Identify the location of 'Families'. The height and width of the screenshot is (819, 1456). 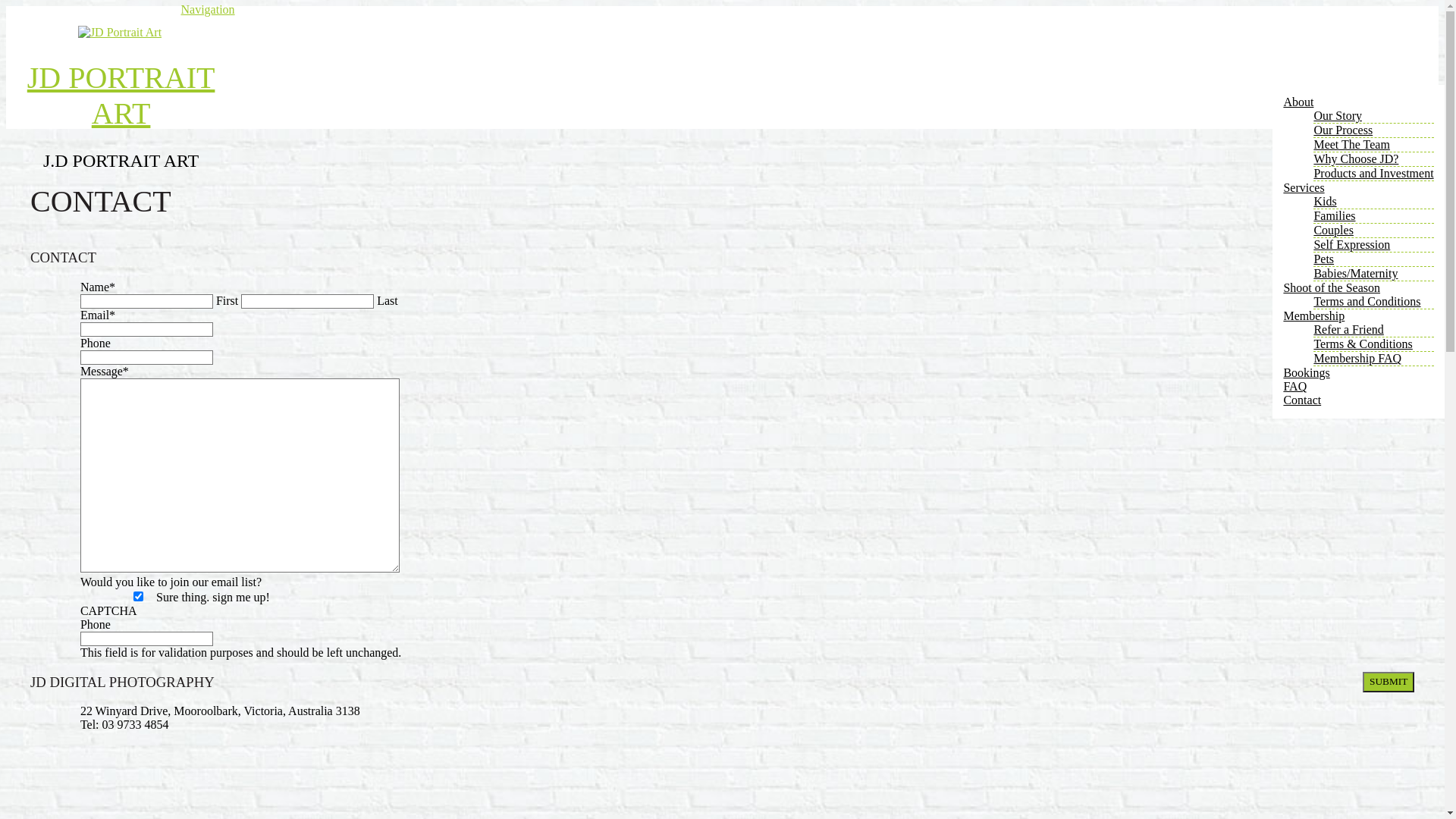
(1333, 215).